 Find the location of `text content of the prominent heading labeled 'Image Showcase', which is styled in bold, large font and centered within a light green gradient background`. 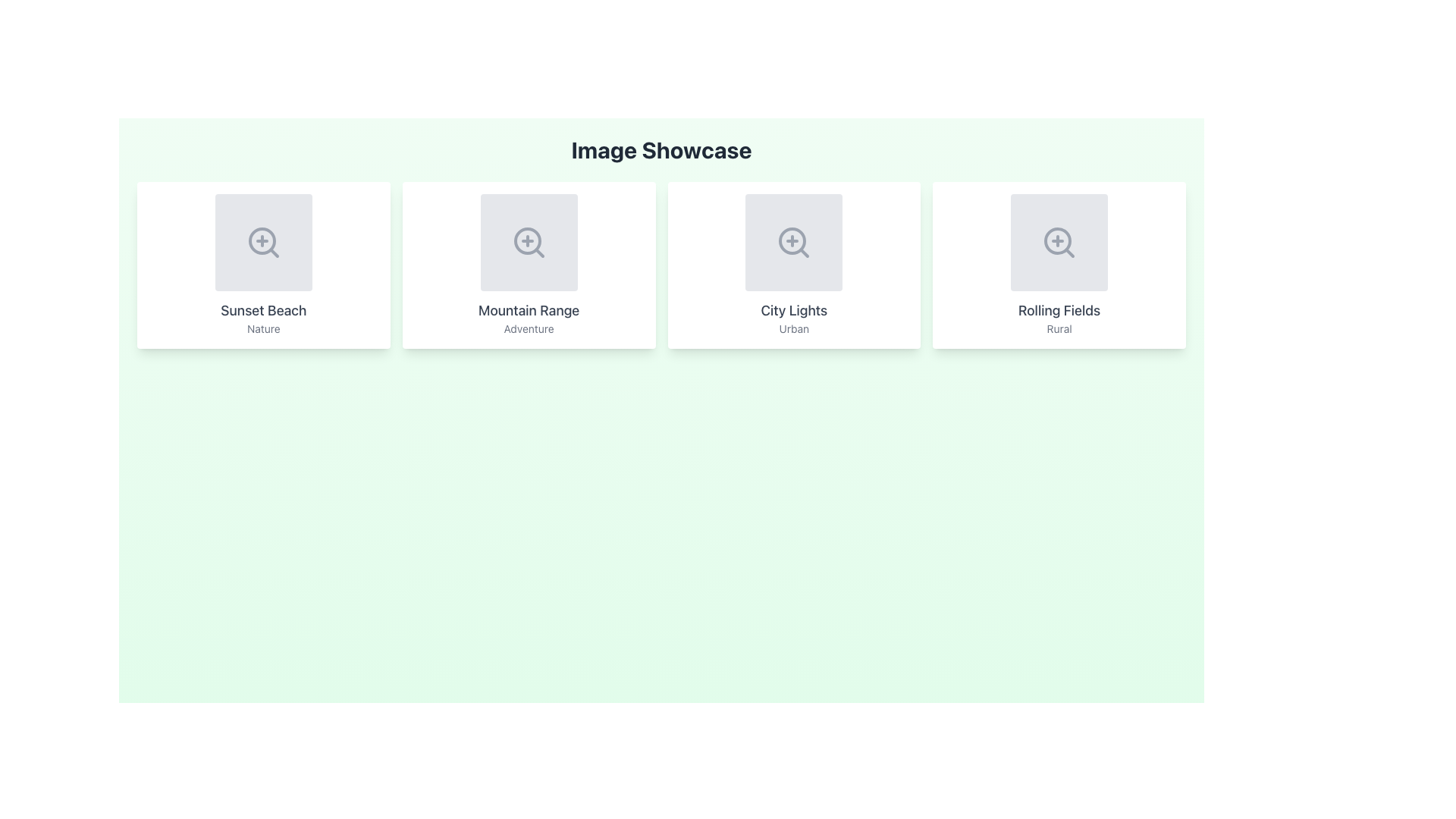

text content of the prominent heading labeled 'Image Showcase', which is styled in bold, large font and centered within a light green gradient background is located at coordinates (661, 149).